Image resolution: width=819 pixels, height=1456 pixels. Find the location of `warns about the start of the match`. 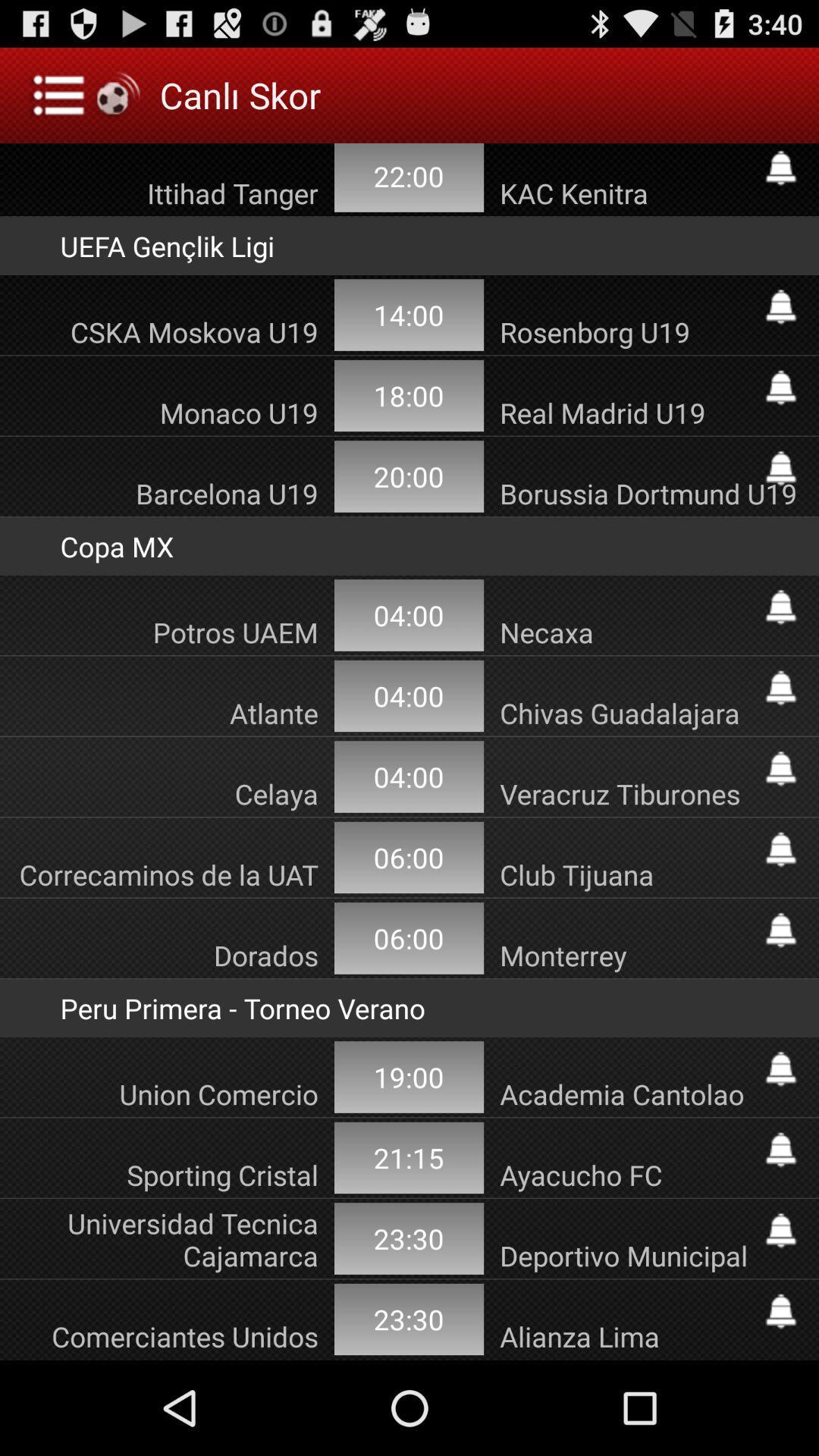

warns about the start of the match is located at coordinates (780, 607).